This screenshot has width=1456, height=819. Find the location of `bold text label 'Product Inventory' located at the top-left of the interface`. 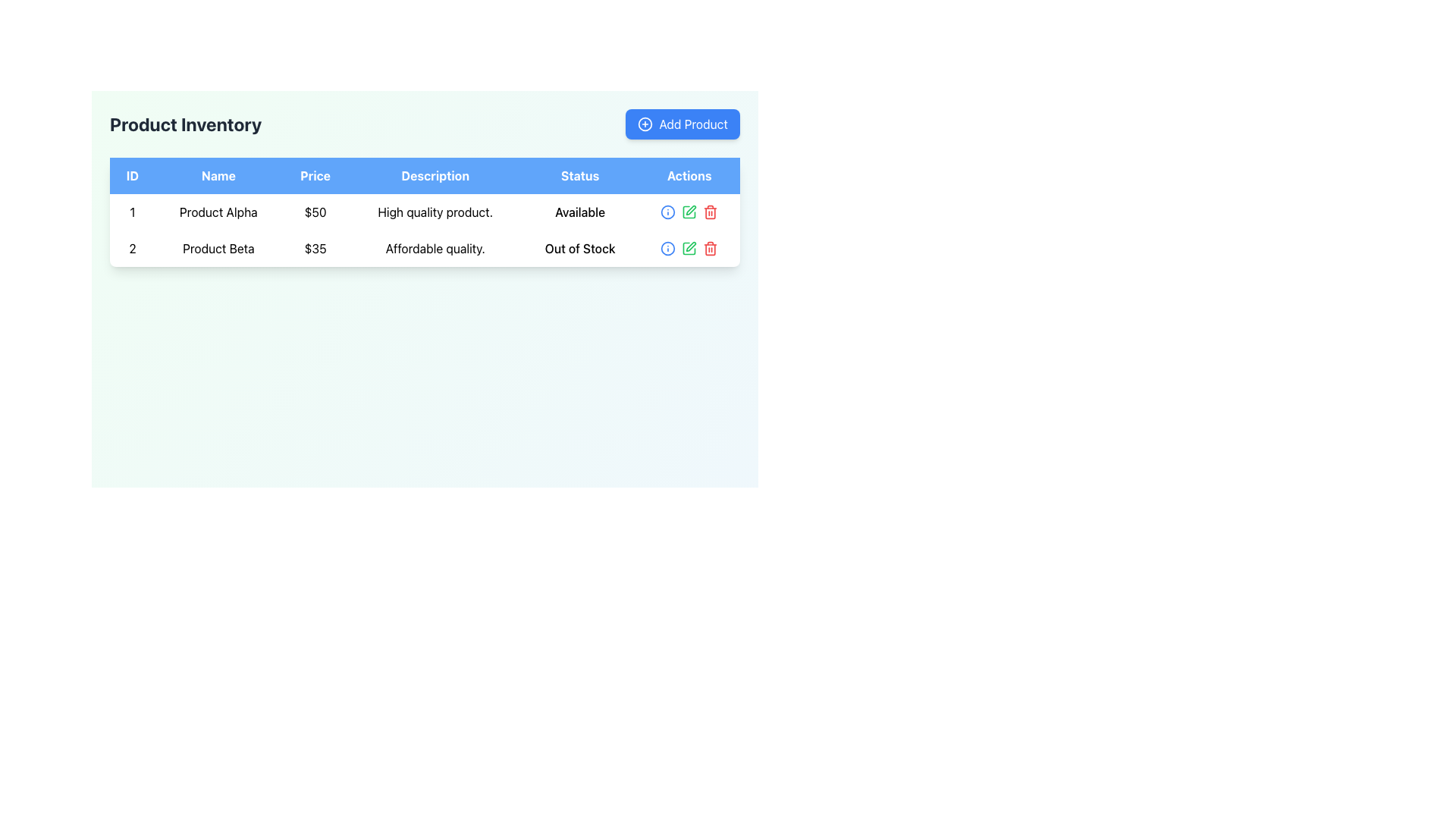

bold text label 'Product Inventory' located at the top-left of the interface is located at coordinates (185, 124).